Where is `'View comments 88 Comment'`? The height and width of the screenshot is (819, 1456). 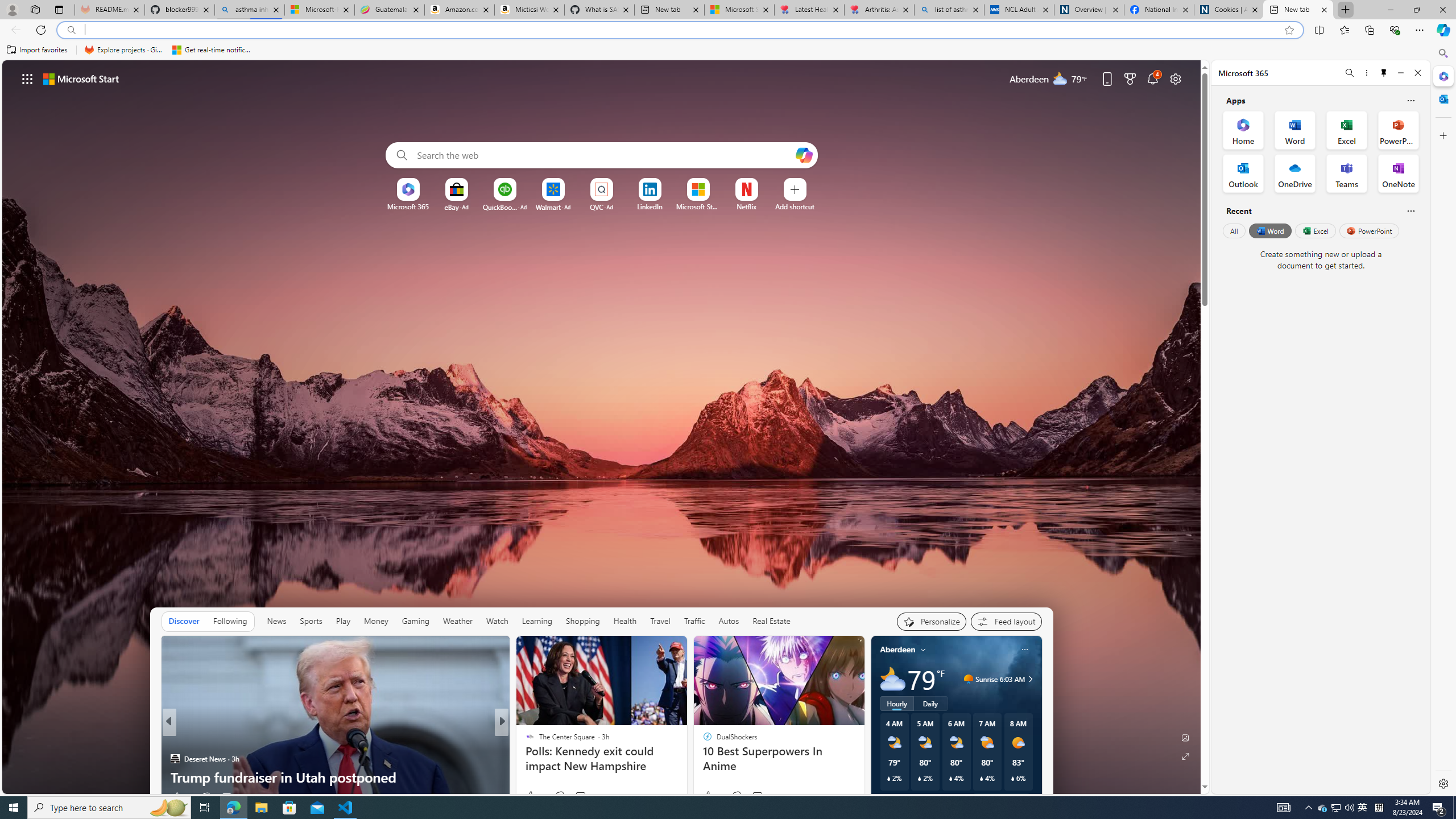 'View comments 88 Comment' is located at coordinates (580, 797).